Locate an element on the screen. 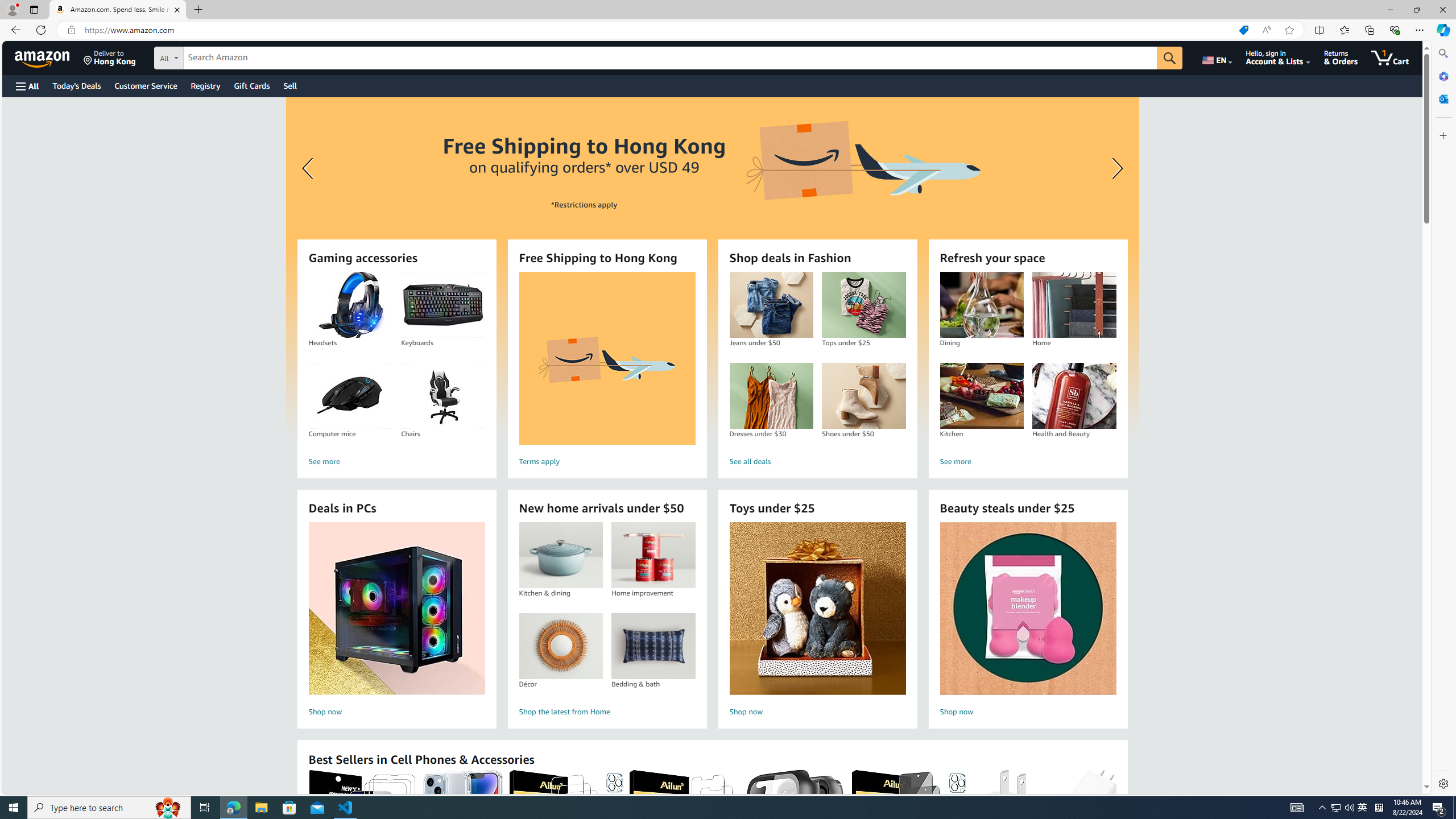 The width and height of the screenshot is (1456, 819). 'Beauty steals under $25' is located at coordinates (1027, 608).